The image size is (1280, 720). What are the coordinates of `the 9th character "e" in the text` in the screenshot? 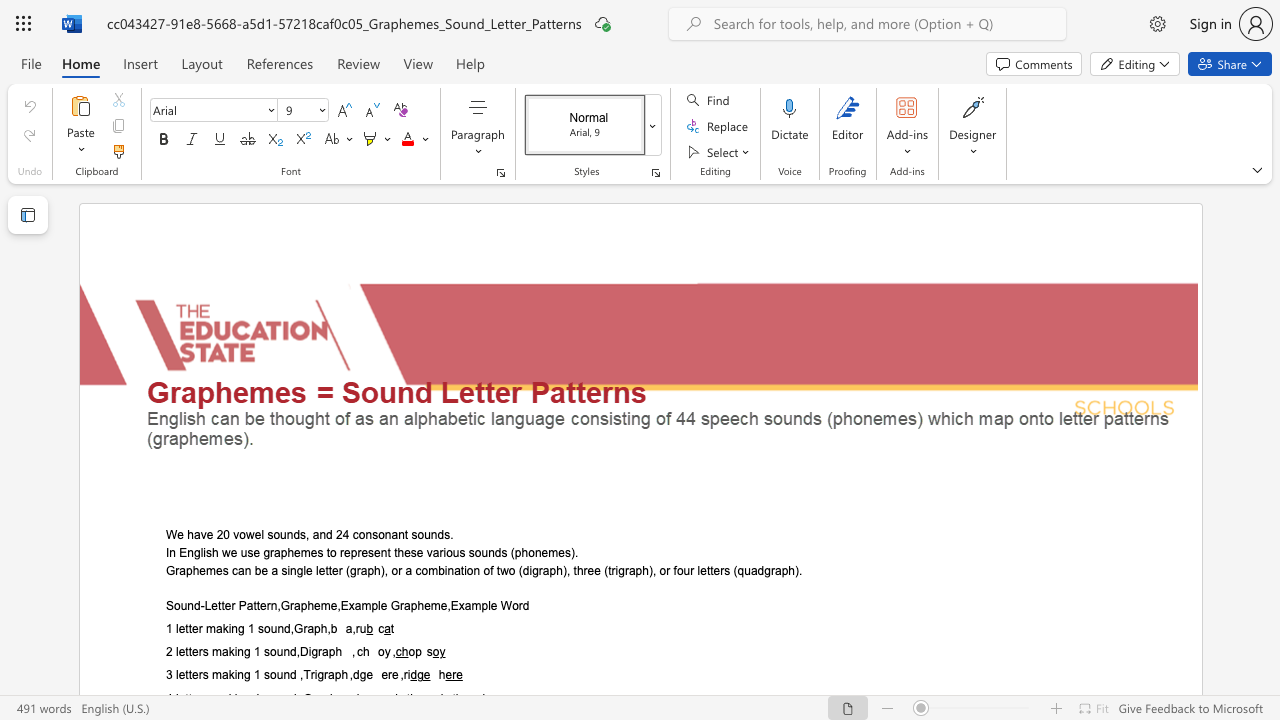 It's located at (494, 605).